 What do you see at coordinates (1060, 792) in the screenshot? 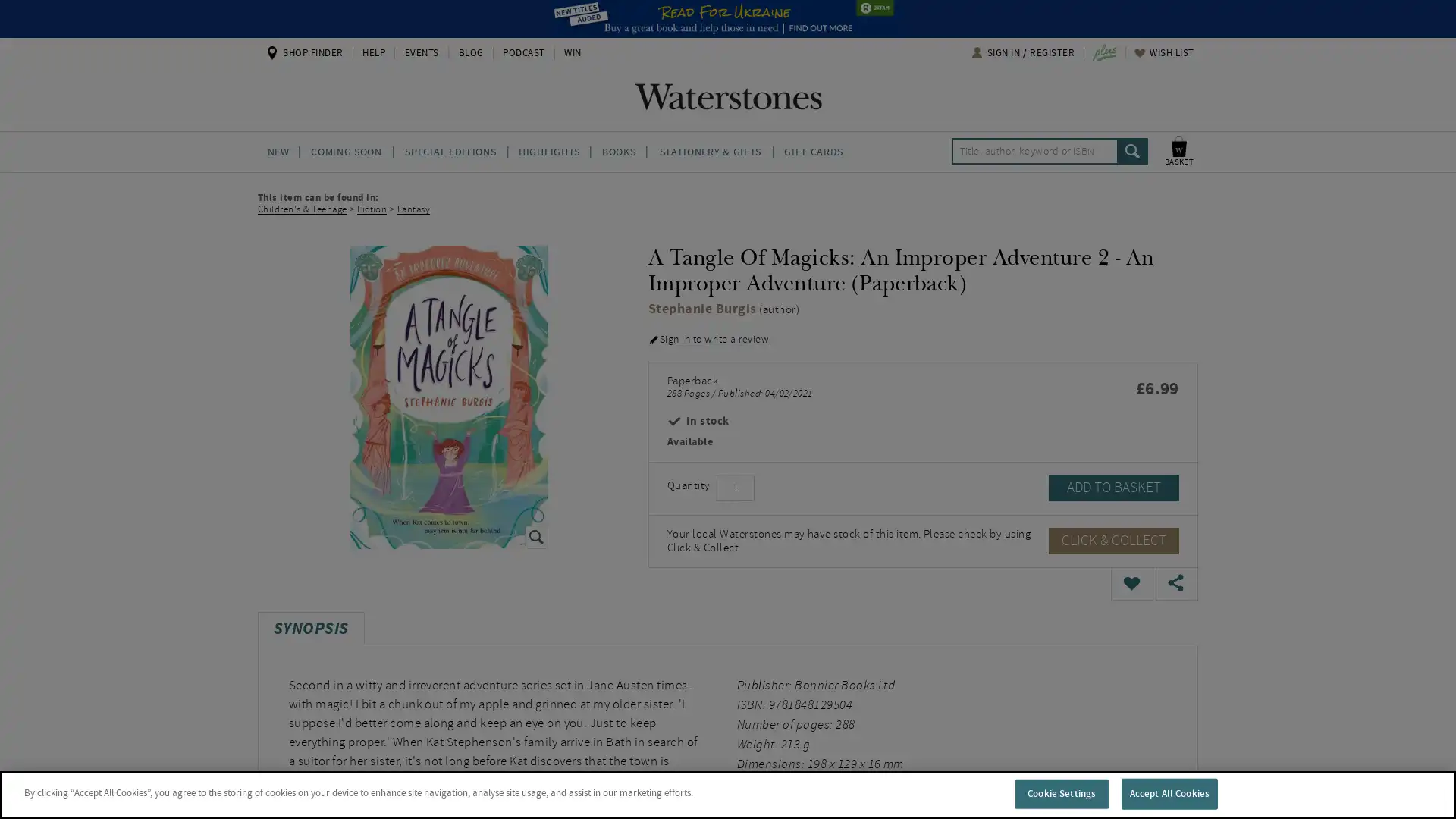
I see `Cookie Settings` at bounding box center [1060, 792].